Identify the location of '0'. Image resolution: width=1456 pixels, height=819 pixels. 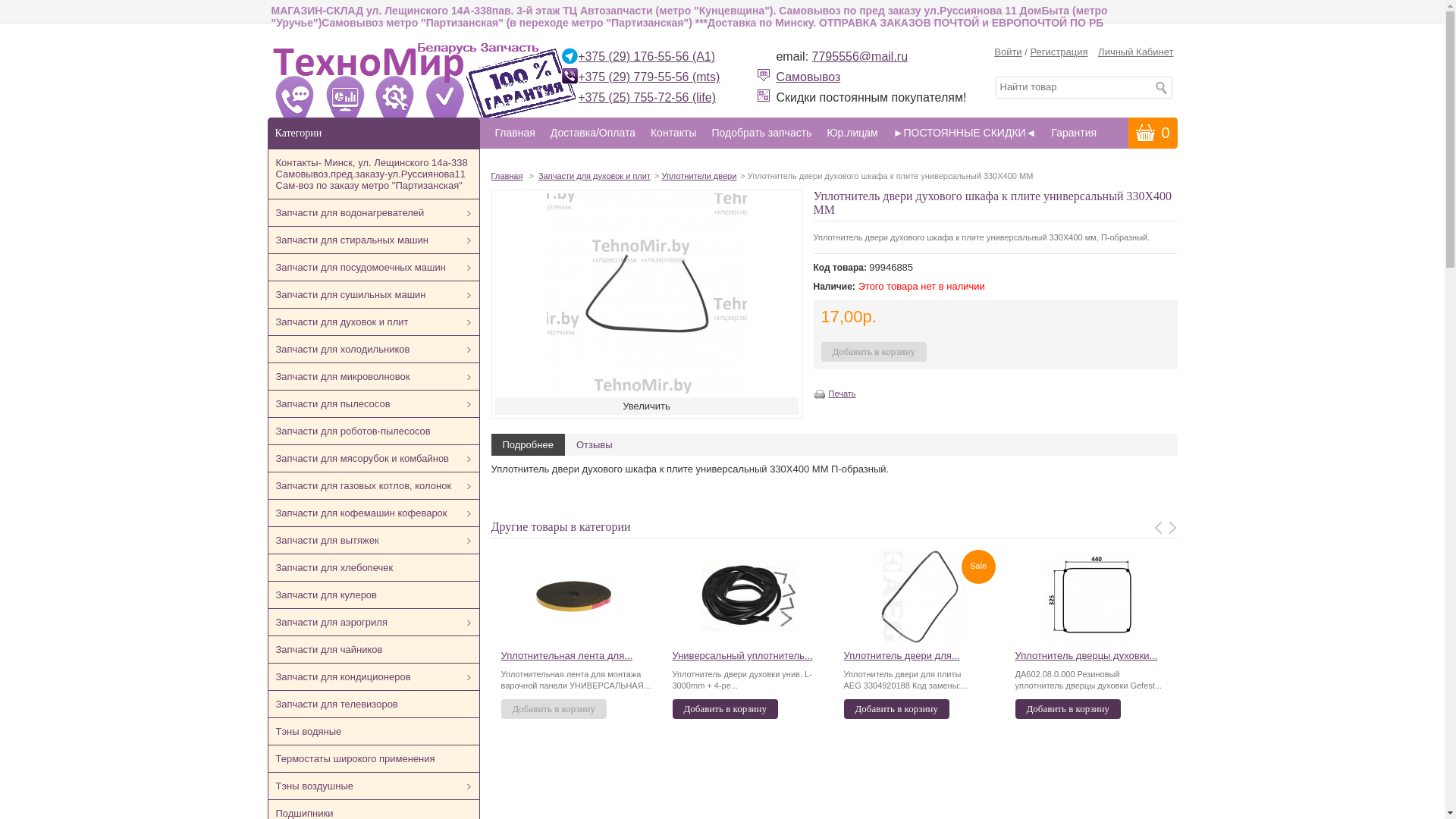
(1153, 131).